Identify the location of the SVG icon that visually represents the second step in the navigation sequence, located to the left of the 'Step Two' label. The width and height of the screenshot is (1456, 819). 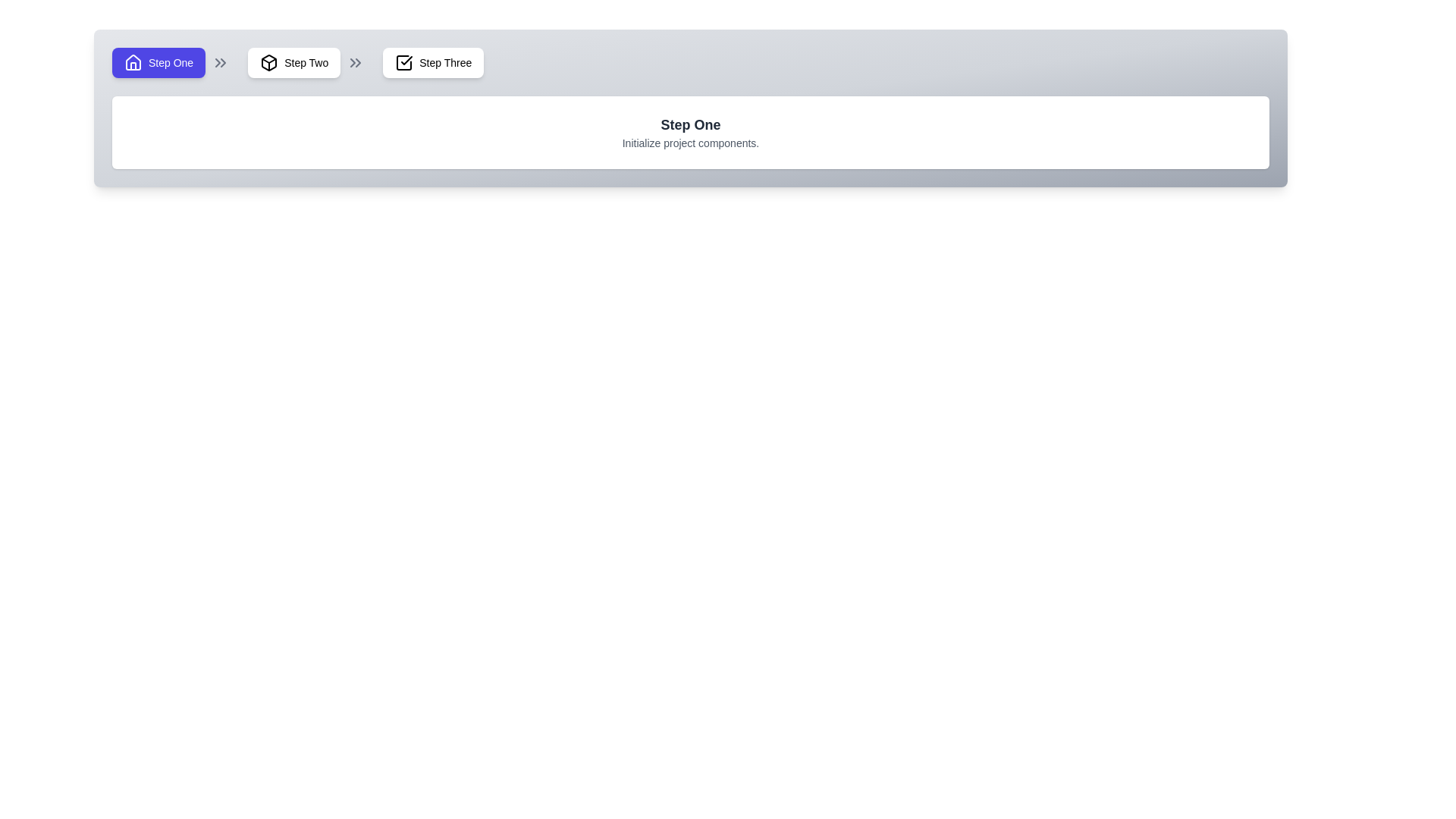
(269, 62).